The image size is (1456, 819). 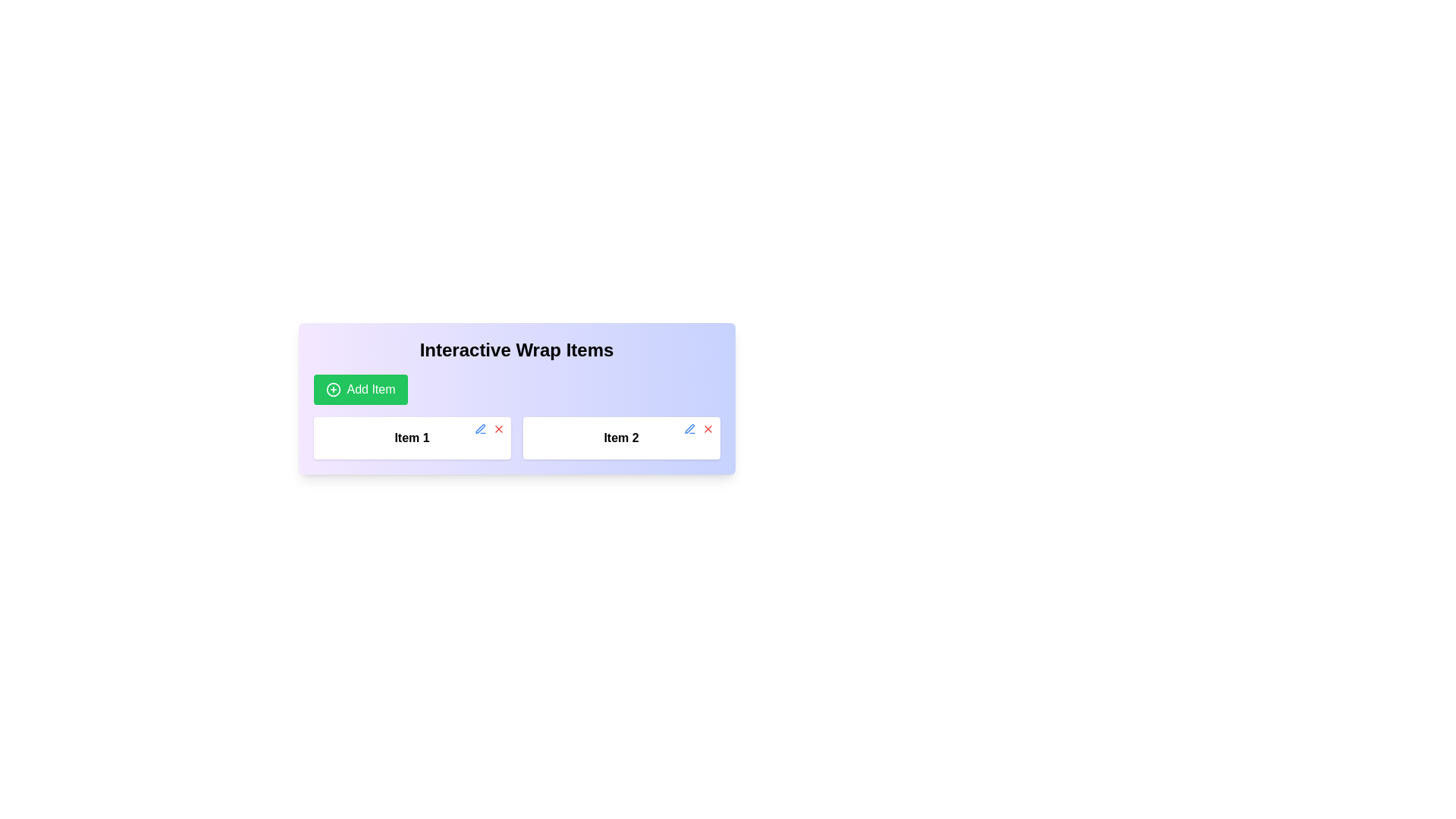 What do you see at coordinates (359, 388) in the screenshot?
I see `the 'Add Item' button, which is a green button with white text and a '+' icon, located below the heading 'Interactive Wrap Items'` at bounding box center [359, 388].